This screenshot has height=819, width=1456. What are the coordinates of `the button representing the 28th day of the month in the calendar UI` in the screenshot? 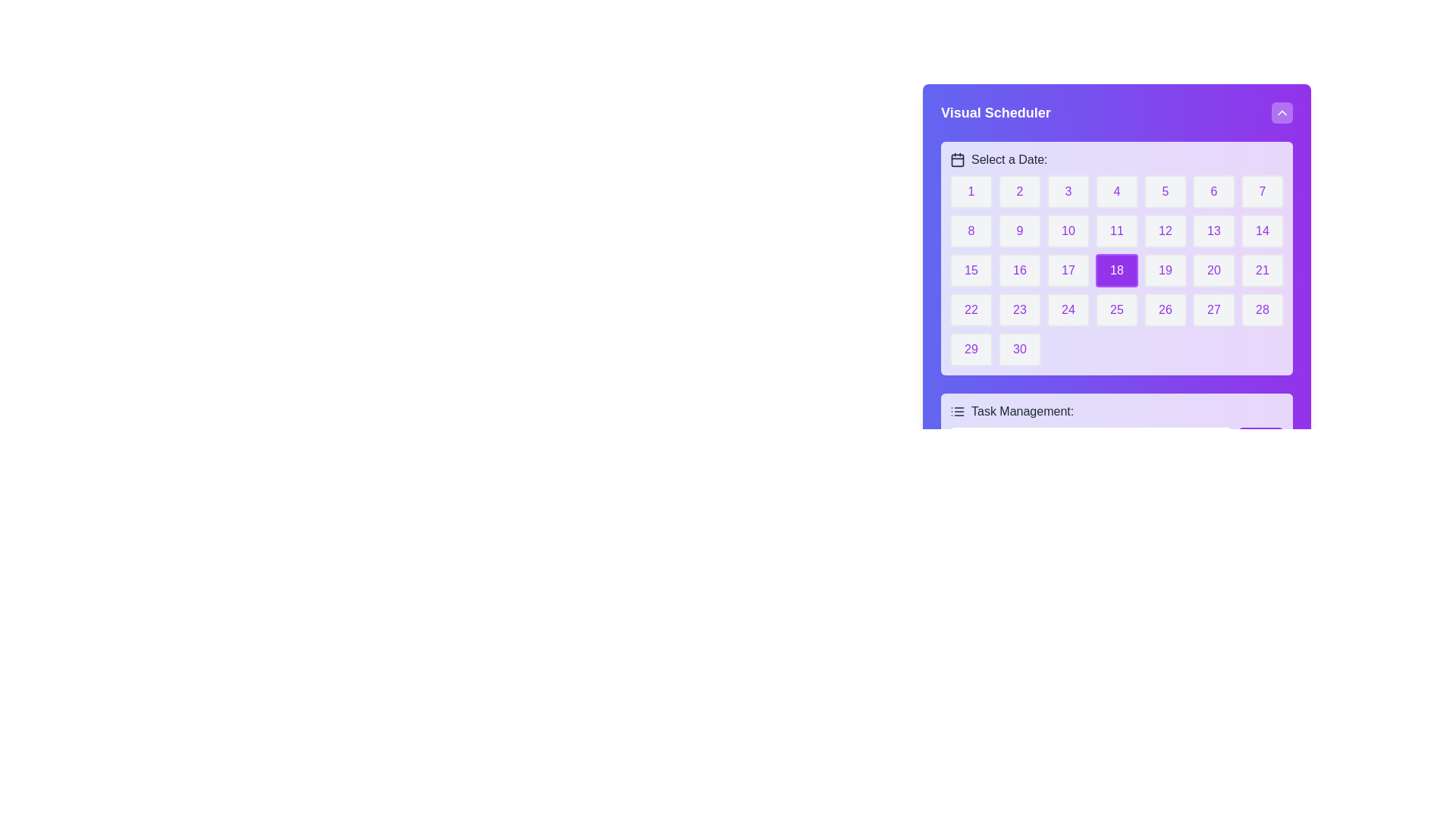 It's located at (1263, 309).